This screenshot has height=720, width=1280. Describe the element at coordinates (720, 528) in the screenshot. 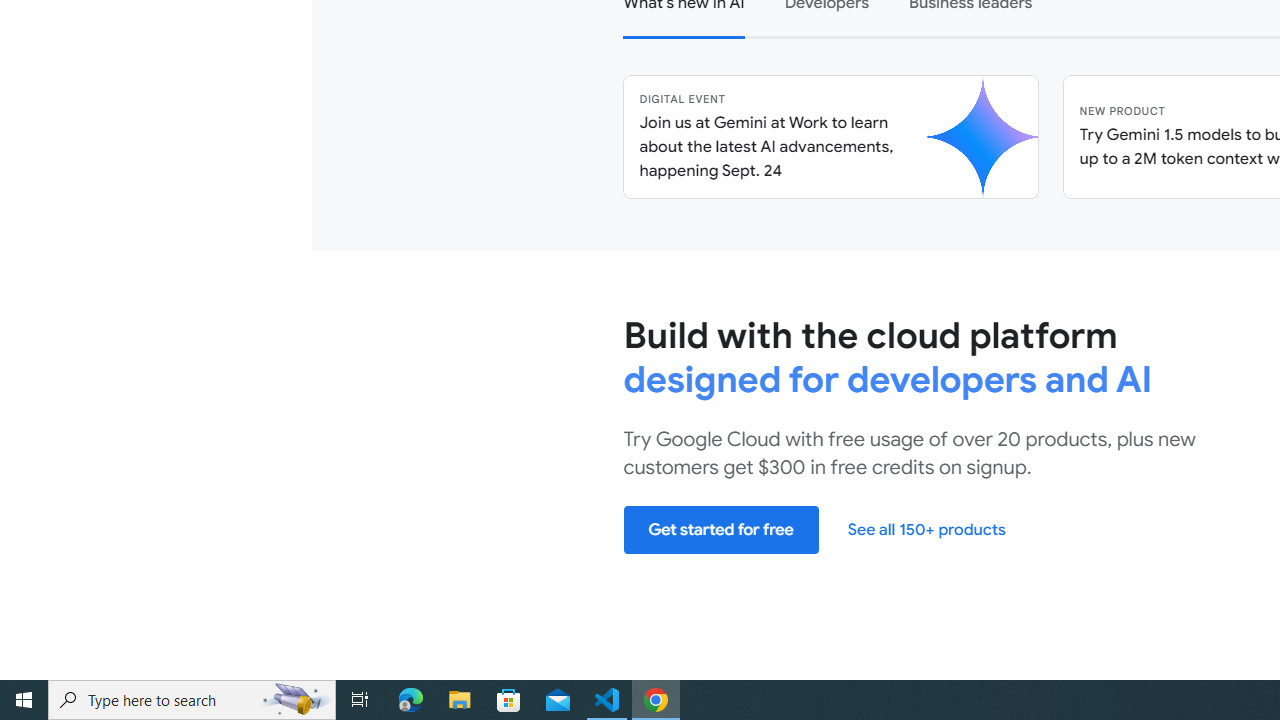

I see `'Get started for free'` at that location.